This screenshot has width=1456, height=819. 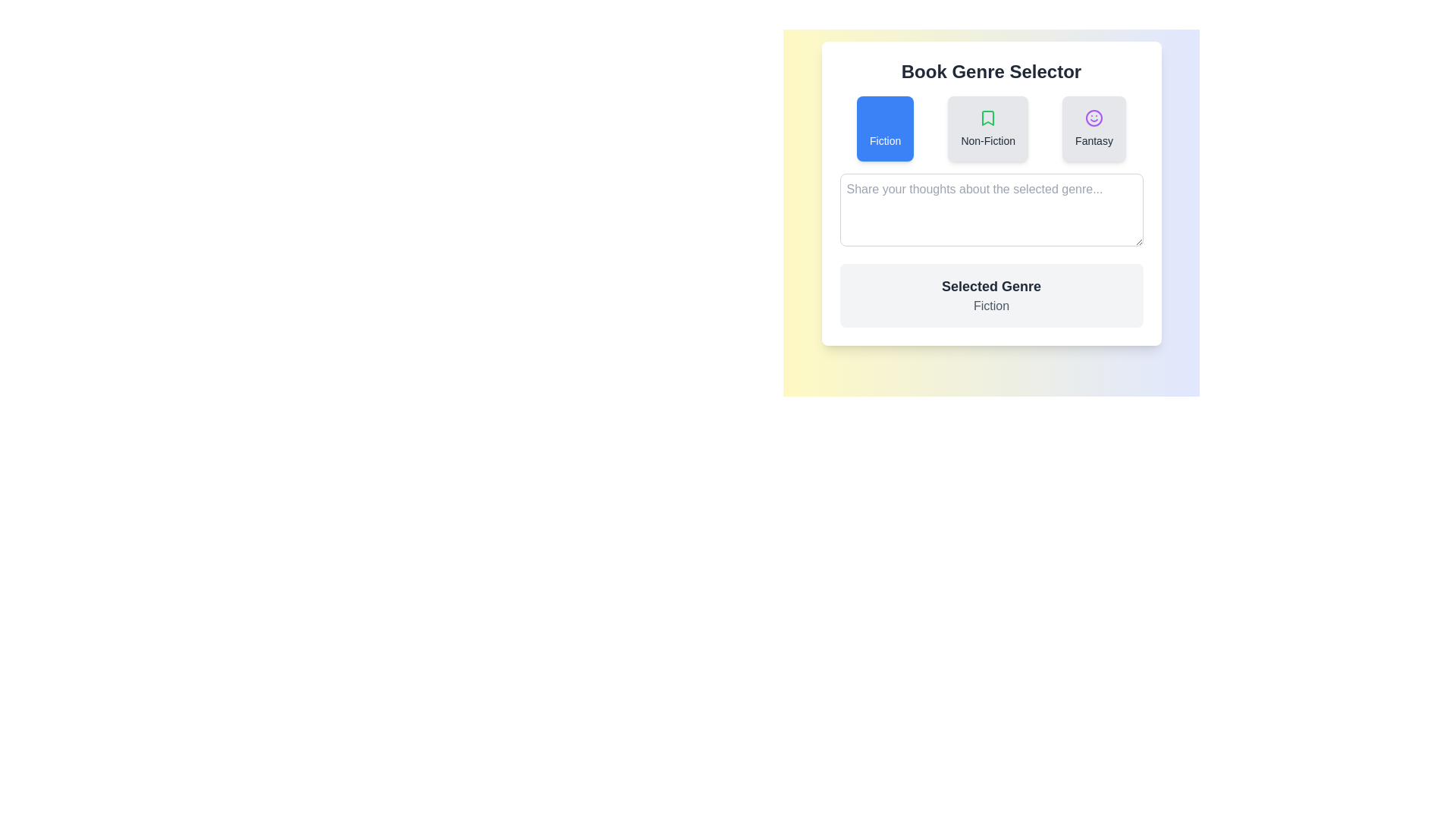 I want to click on the circular Icon decoration with a purple outline, which is part of the colorful smiley face icon located in the upper-right corner of the 'Fantasy' button within the 'Book Genre Selector' card component, so click(x=1094, y=117).